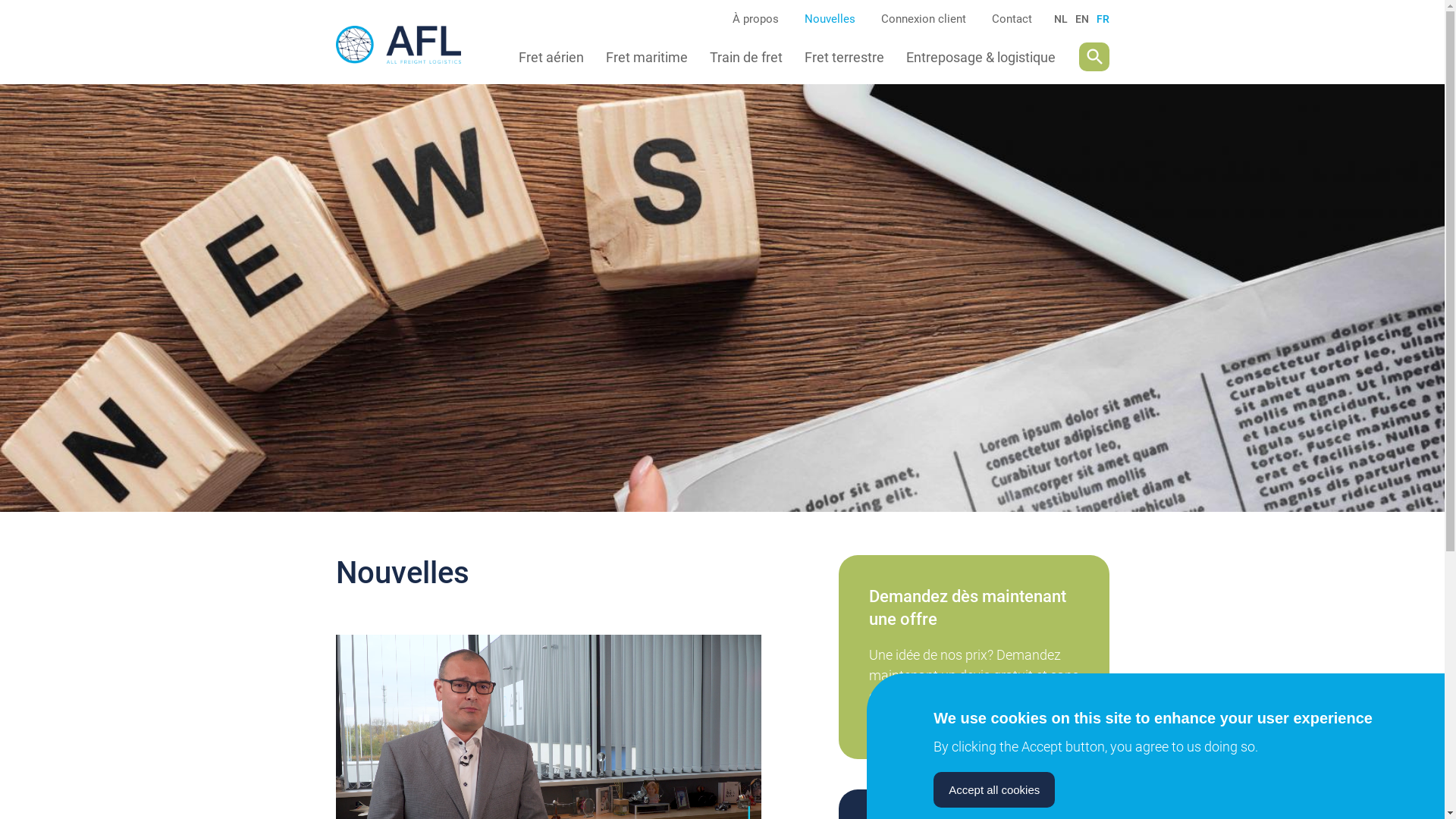 This screenshot has height=819, width=1456. I want to click on 'Aller au contenu principal', so click(0, 0).